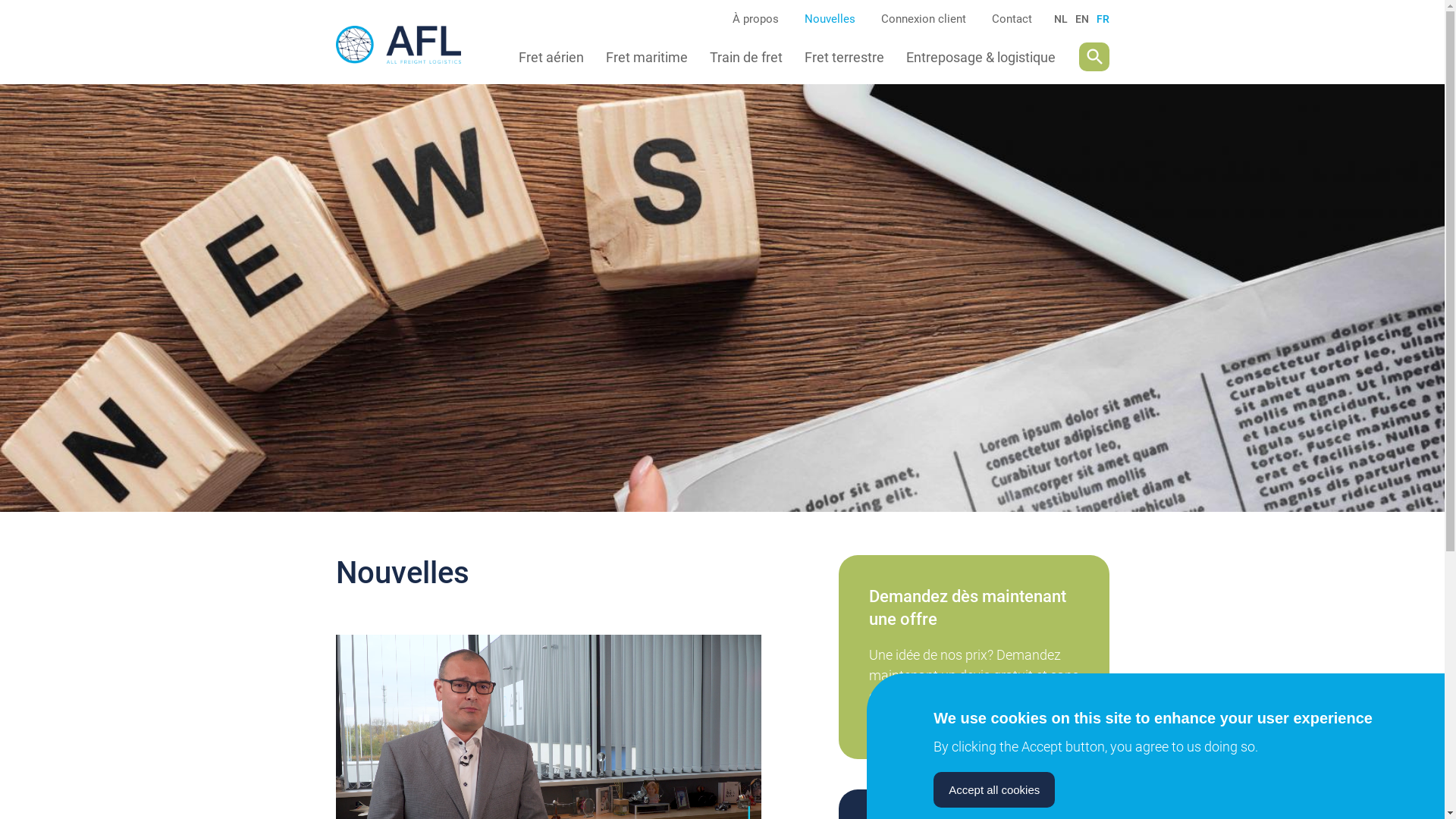 This screenshot has height=819, width=1456. I want to click on 'Aller au contenu principal', so click(0, 0).